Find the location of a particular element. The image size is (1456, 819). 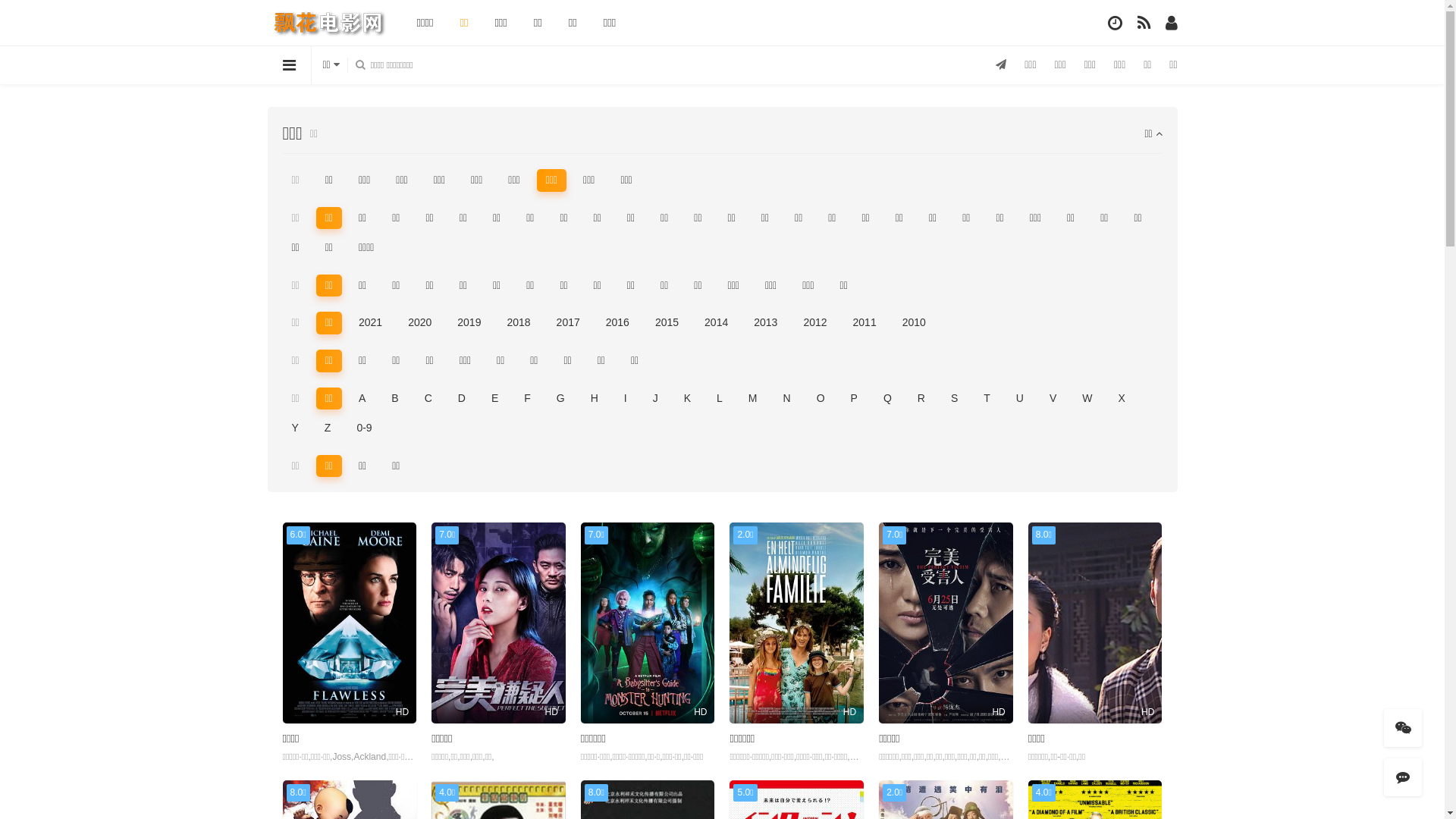

'B' is located at coordinates (394, 397).